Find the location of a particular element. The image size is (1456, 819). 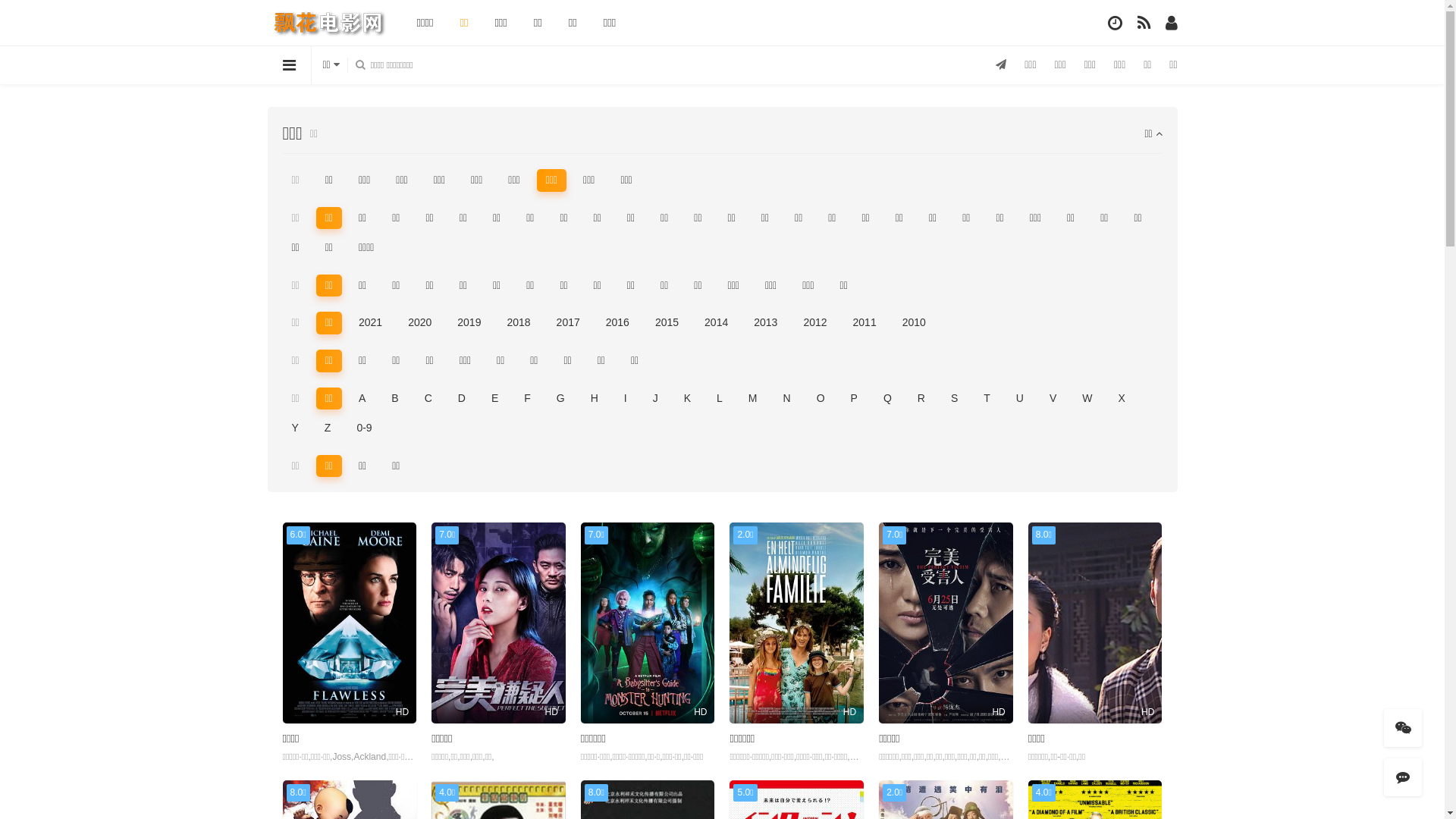

'B' is located at coordinates (394, 397).